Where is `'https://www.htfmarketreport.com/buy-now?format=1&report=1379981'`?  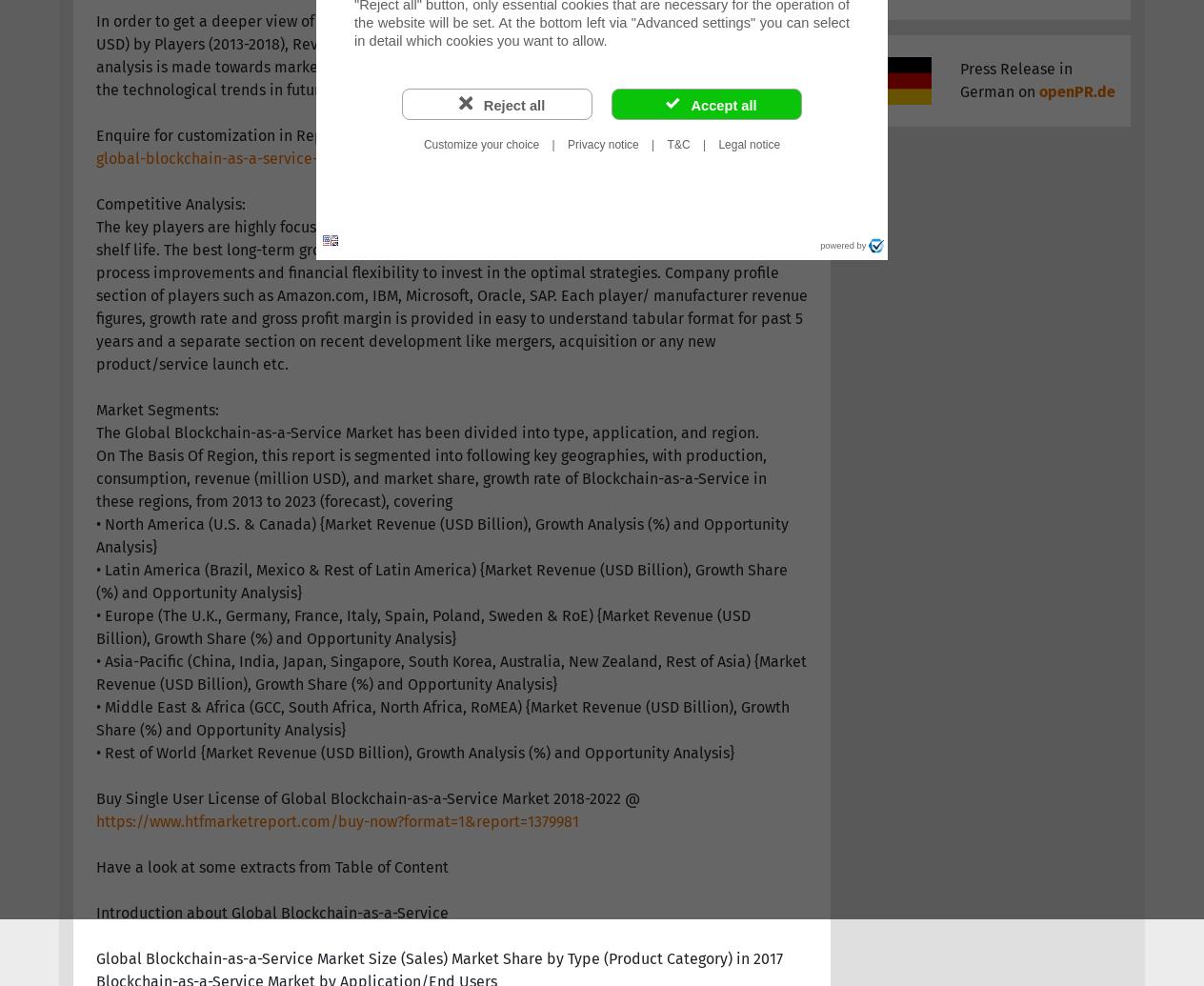
'https://www.htfmarketreport.com/buy-now?format=1&report=1379981' is located at coordinates (336, 819).